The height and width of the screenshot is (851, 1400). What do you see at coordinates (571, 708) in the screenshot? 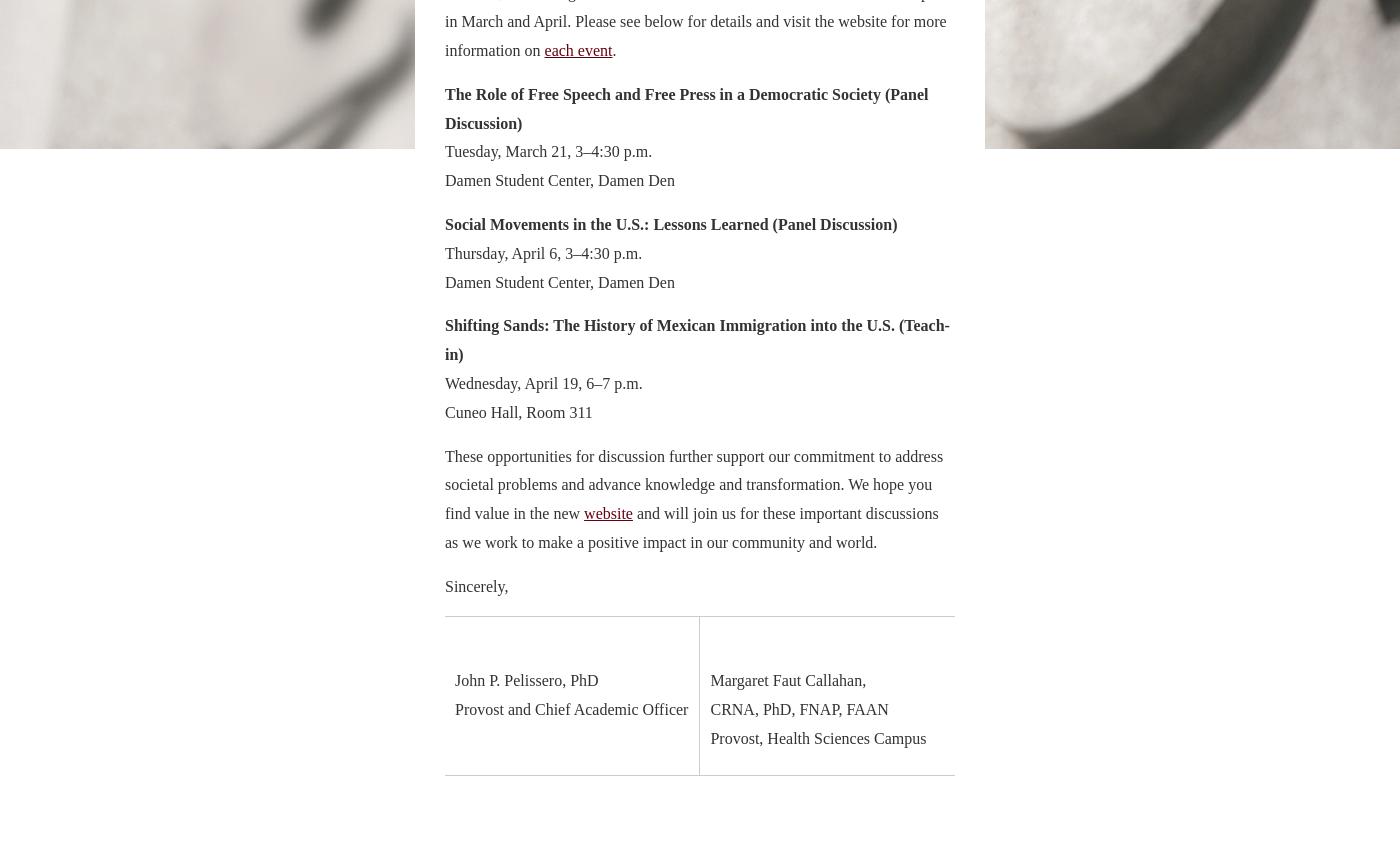
I see `'Provost and Chief Academic Officer'` at bounding box center [571, 708].